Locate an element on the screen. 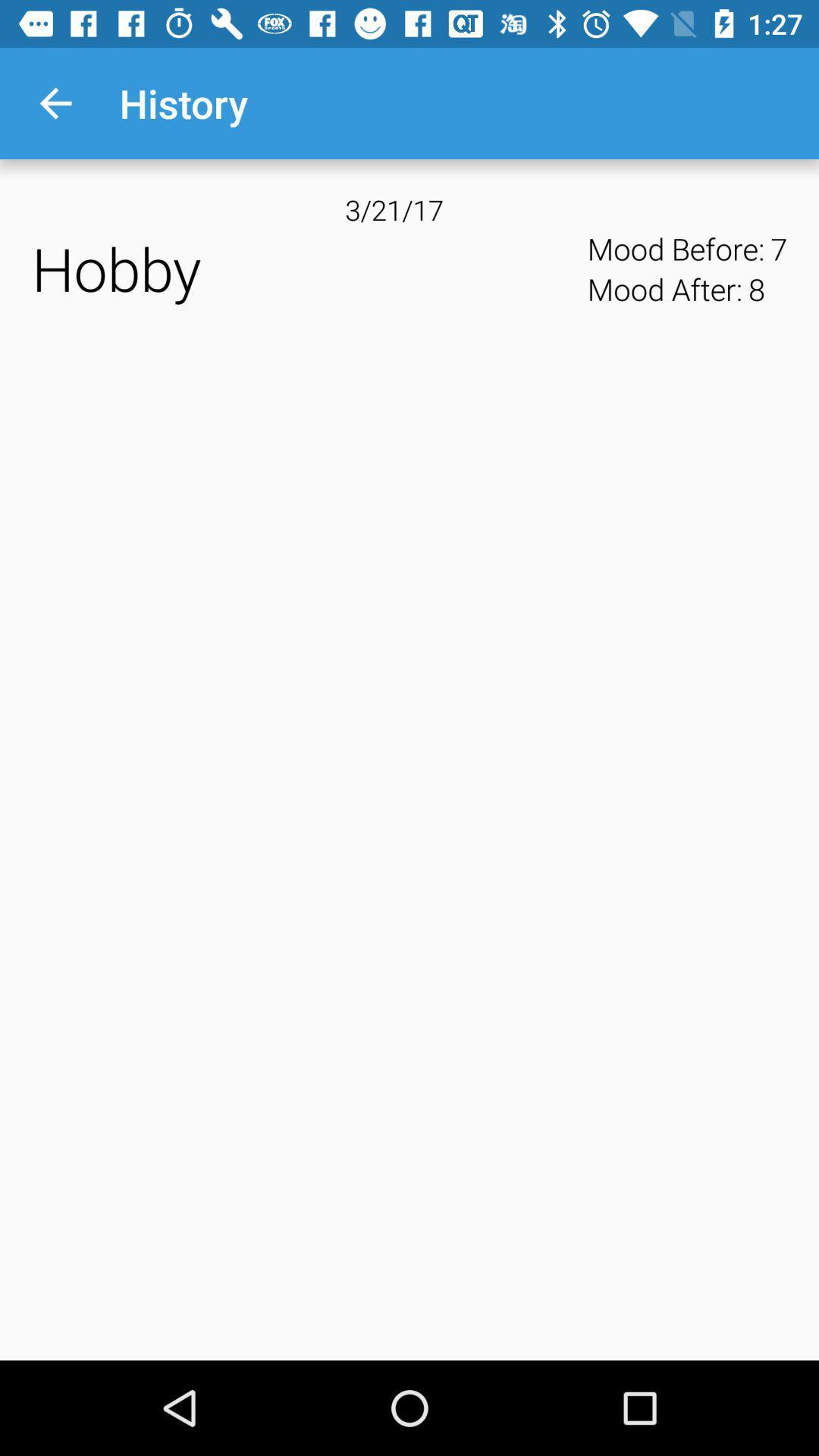  3/21/17 icon is located at coordinates (409, 209).